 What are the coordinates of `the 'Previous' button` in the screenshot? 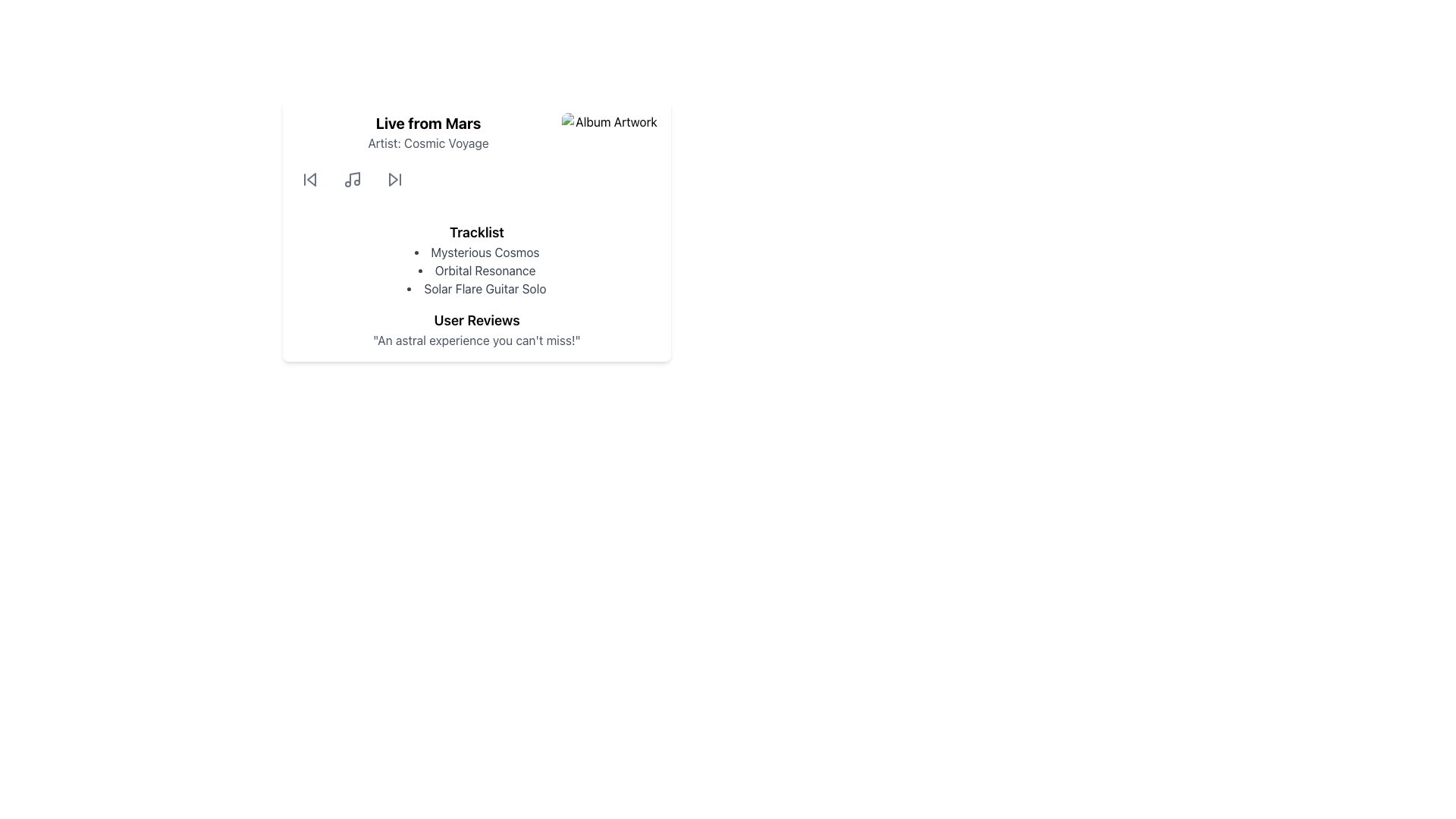 It's located at (309, 178).